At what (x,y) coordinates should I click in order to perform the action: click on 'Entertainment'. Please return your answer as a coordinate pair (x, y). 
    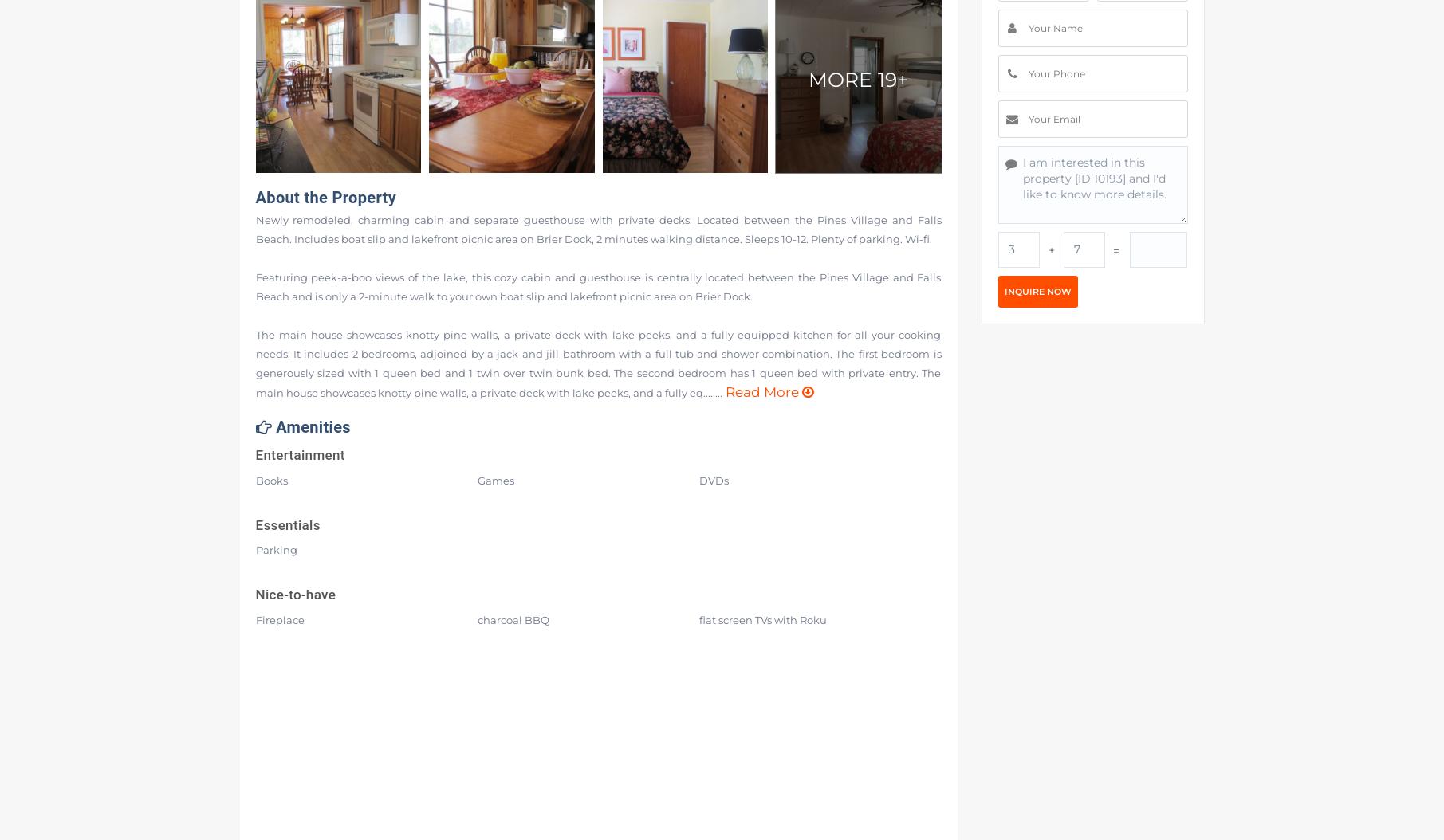
    Looking at the image, I should click on (298, 454).